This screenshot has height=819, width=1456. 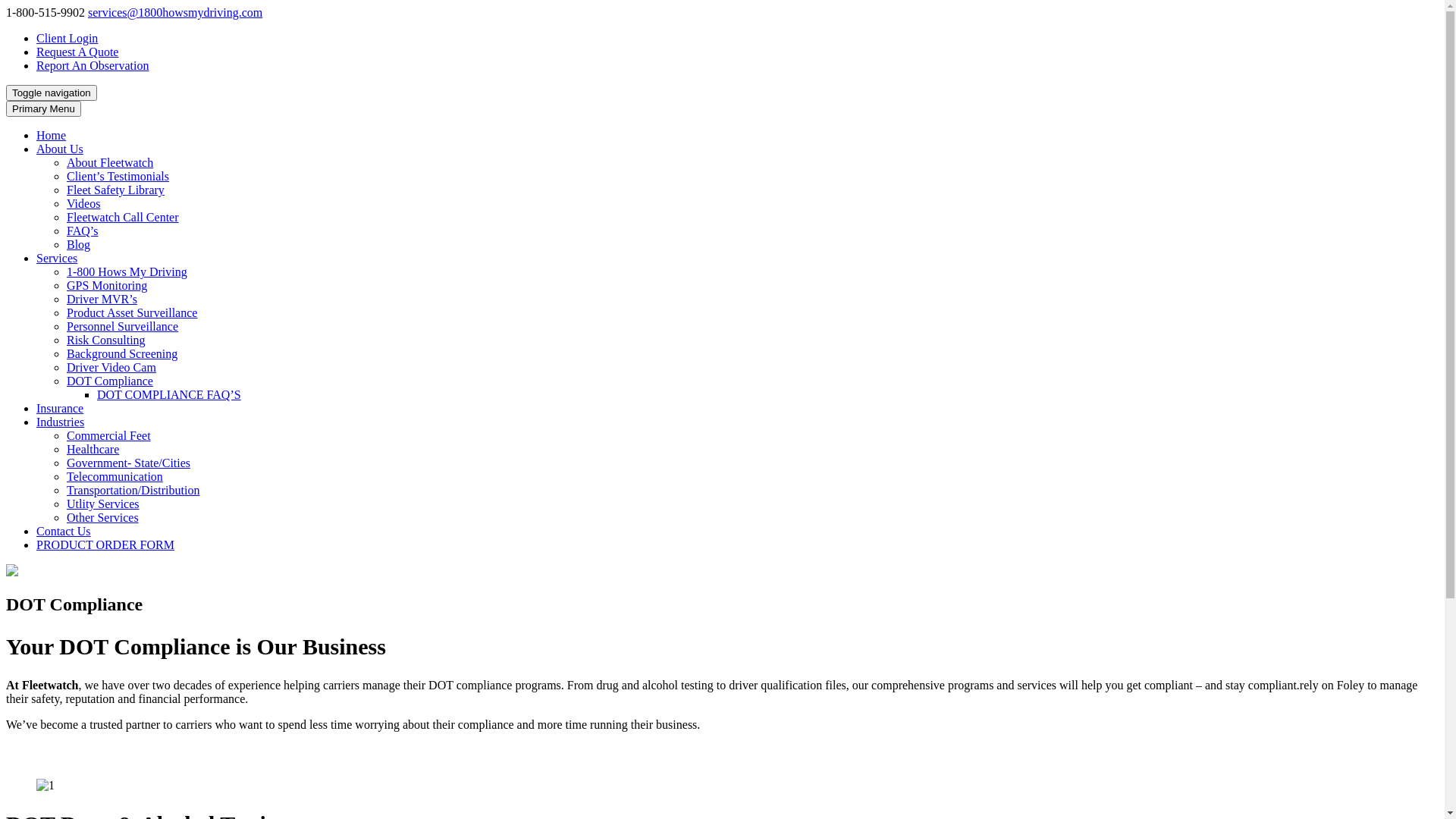 I want to click on 'services@1800howsmydriving.com', so click(x=86, y=12).